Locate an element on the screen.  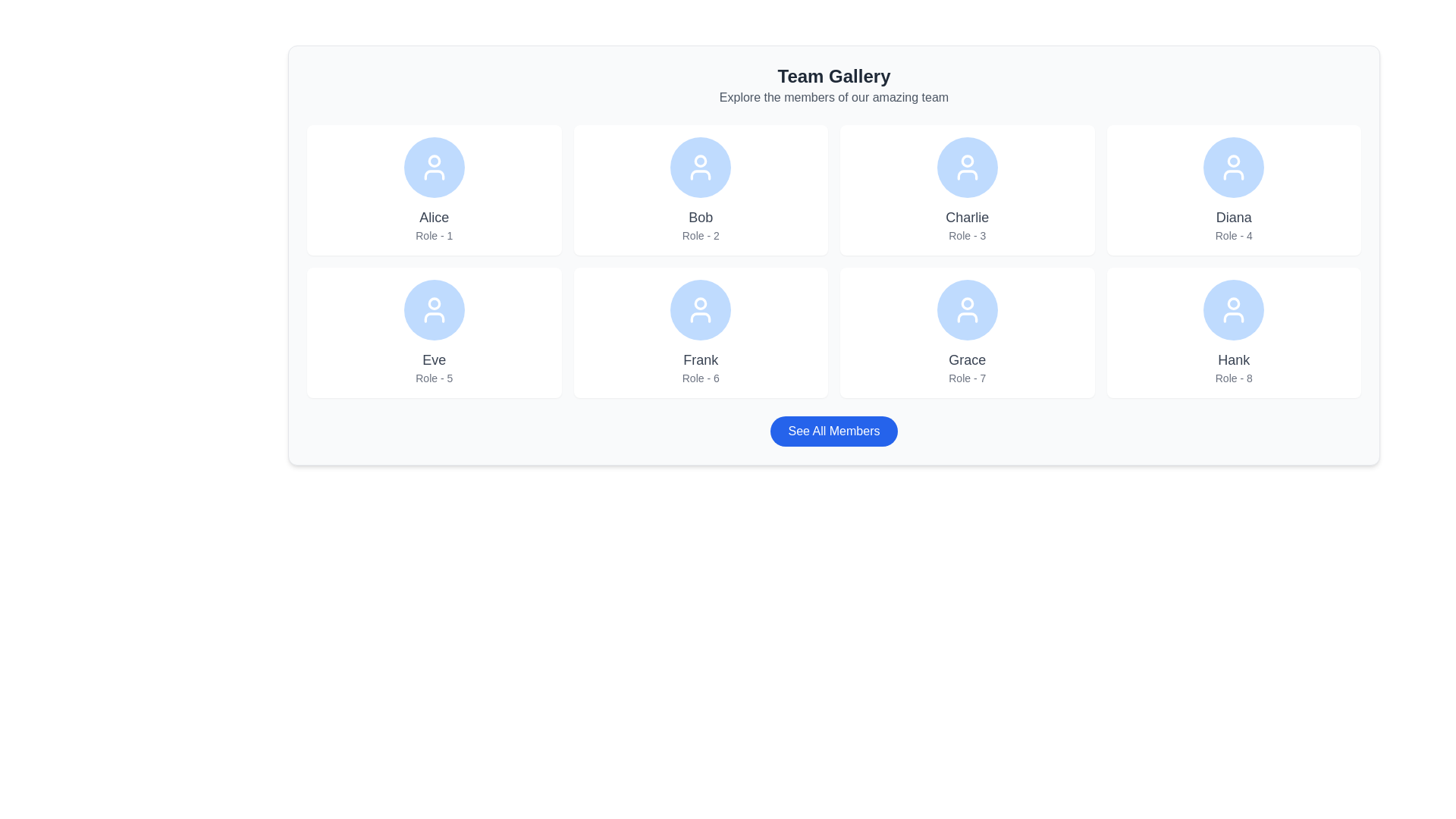
the text label displaying 'Eve', which is styled in a bold, medium-sized font and centered within a white box in the grid layout is located at coordinates (433, 359).